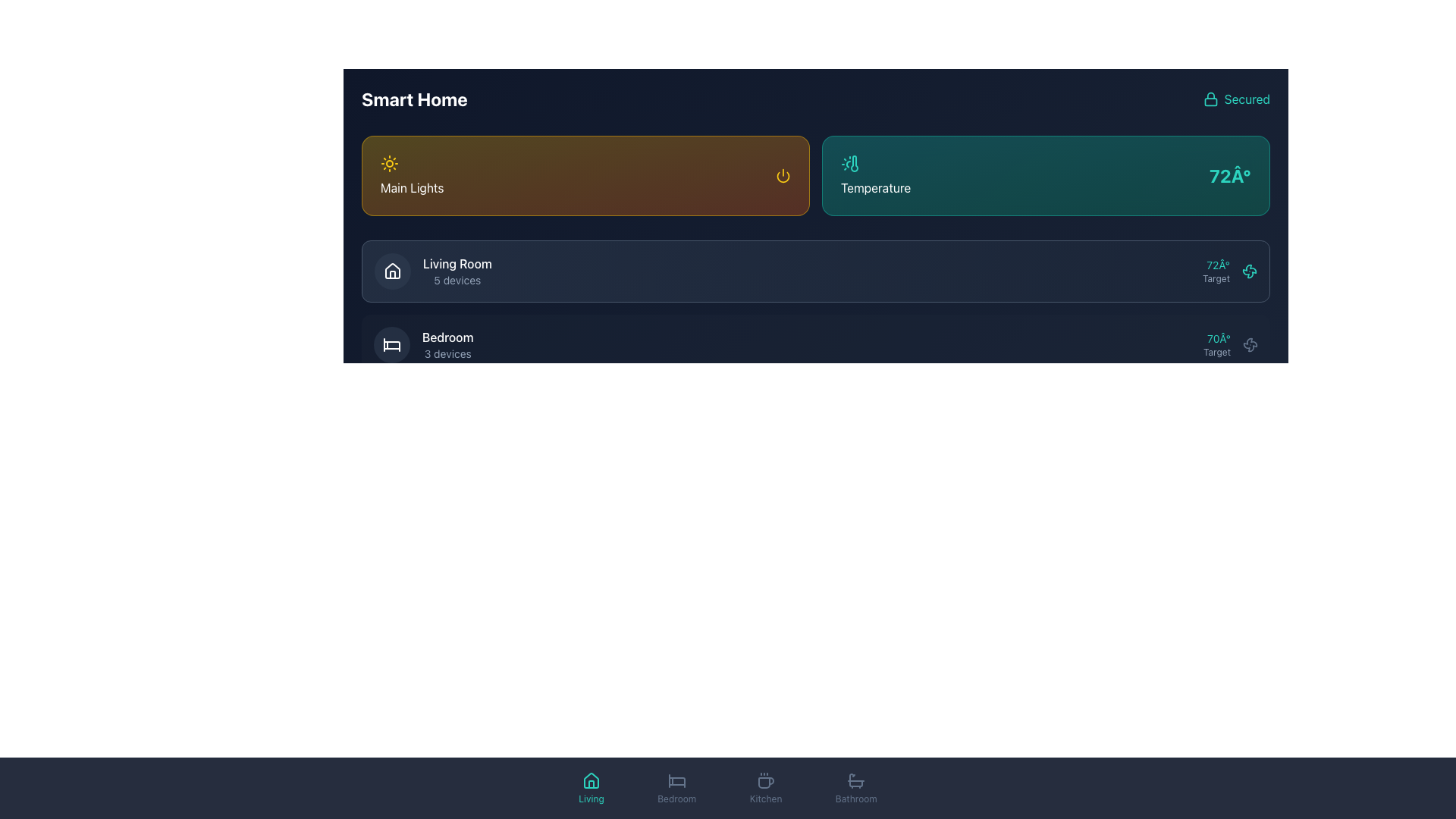  What do you see at coordinates (1250, 345) in the screenshot?
I see `the fan icon located at the far-right of the temperature display, which shows '70°' and the label 'Target'` at bounding box center [1250, 345].